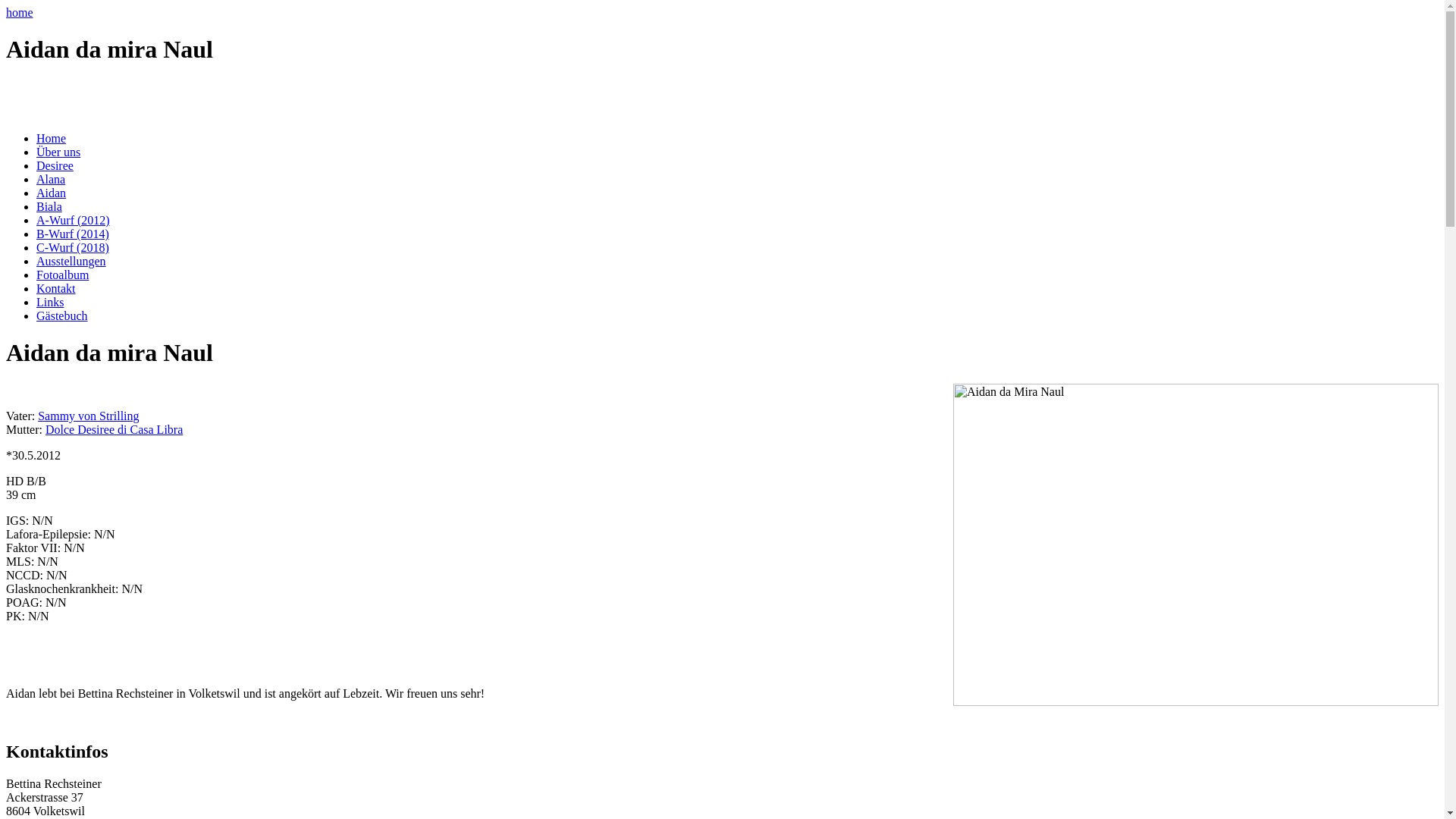 This screenshot has width=1456, height=819. Describe the element at coordinates (72, 220) in the screenshot. I see `'A-Wurf (2012)'` at that location.